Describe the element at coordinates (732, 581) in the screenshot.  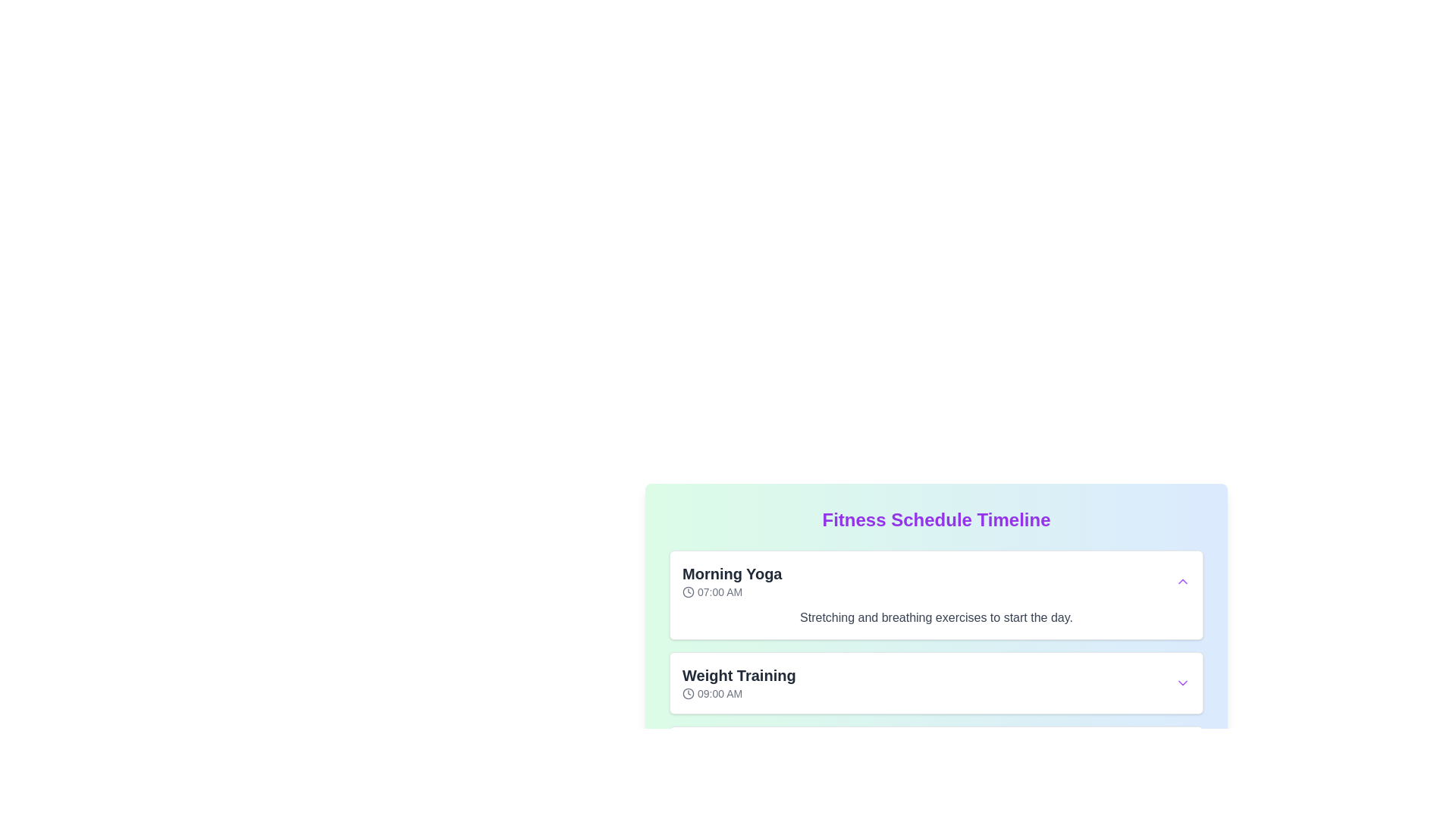
I see `the 'Morning Yoga' text block with icon` at that location.